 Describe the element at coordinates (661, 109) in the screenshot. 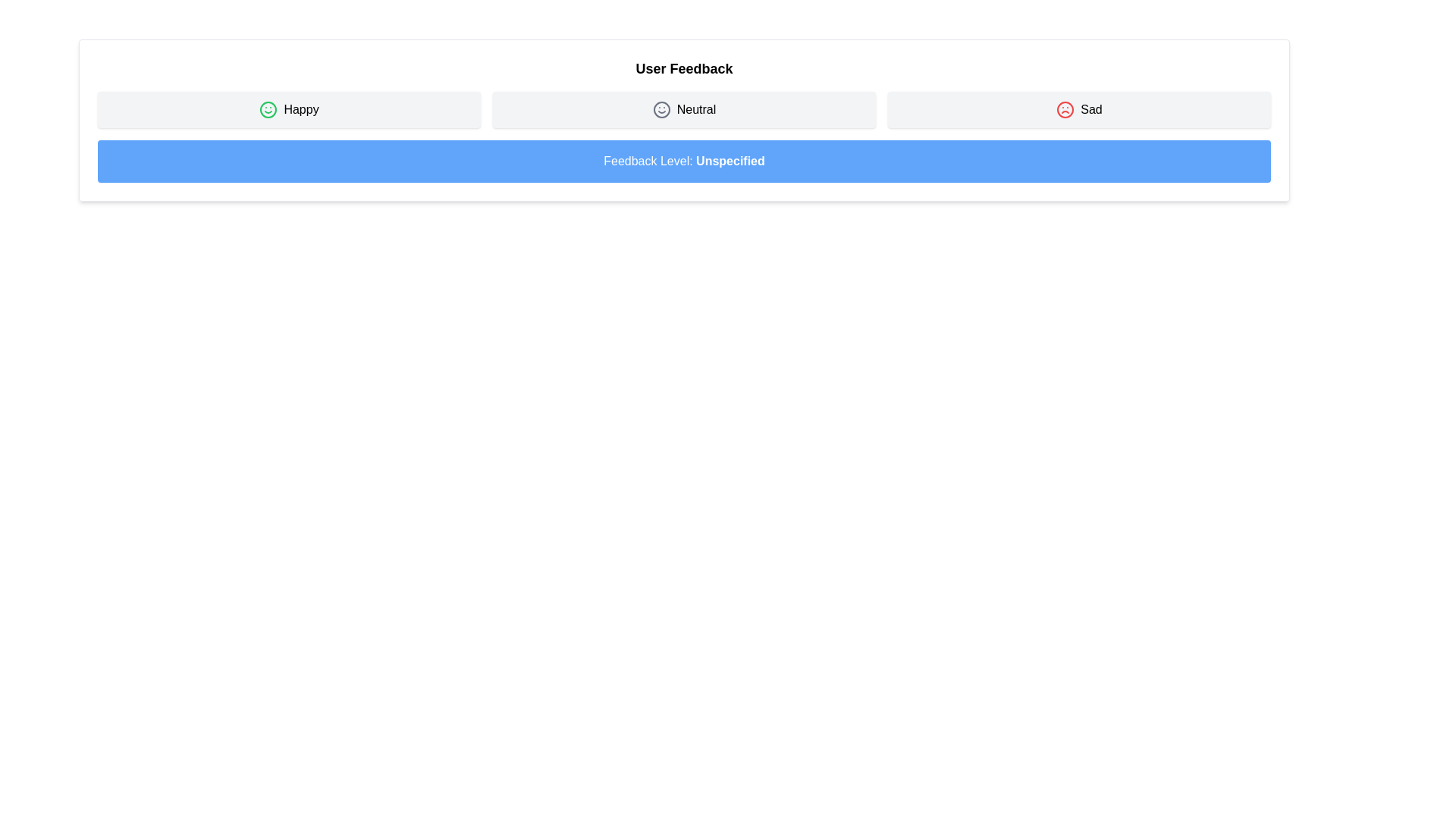

I see `the circular outer boundary of the 'Neutral' feedback icon, positioned in the center of the second option in the feedback row` at that location.